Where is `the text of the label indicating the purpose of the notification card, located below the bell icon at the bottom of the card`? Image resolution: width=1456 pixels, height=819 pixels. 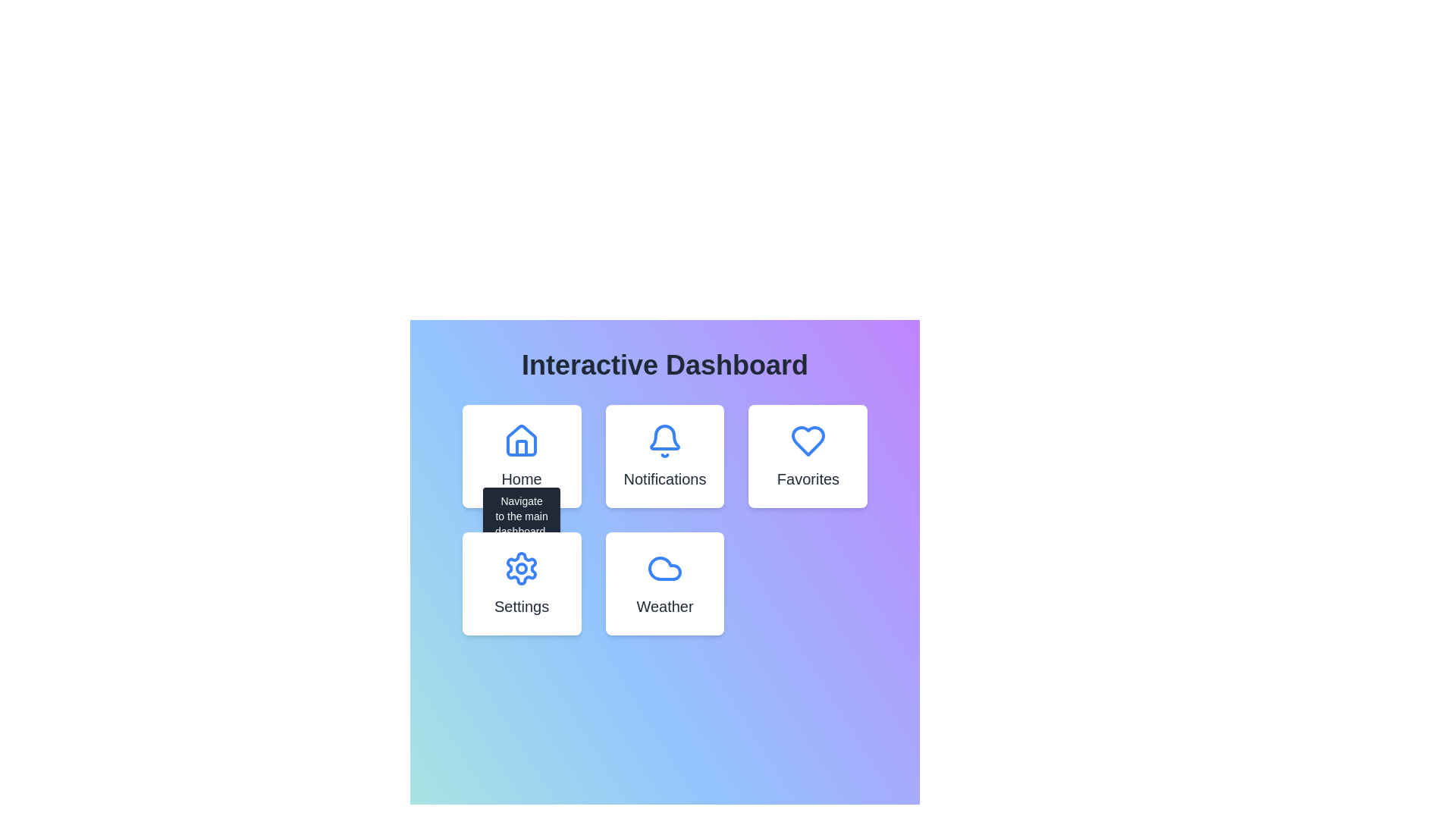
the text of the label indicating the purpose of the notification card, located below the bell icon at the bottom of the card is located at coordinates (665, 479).